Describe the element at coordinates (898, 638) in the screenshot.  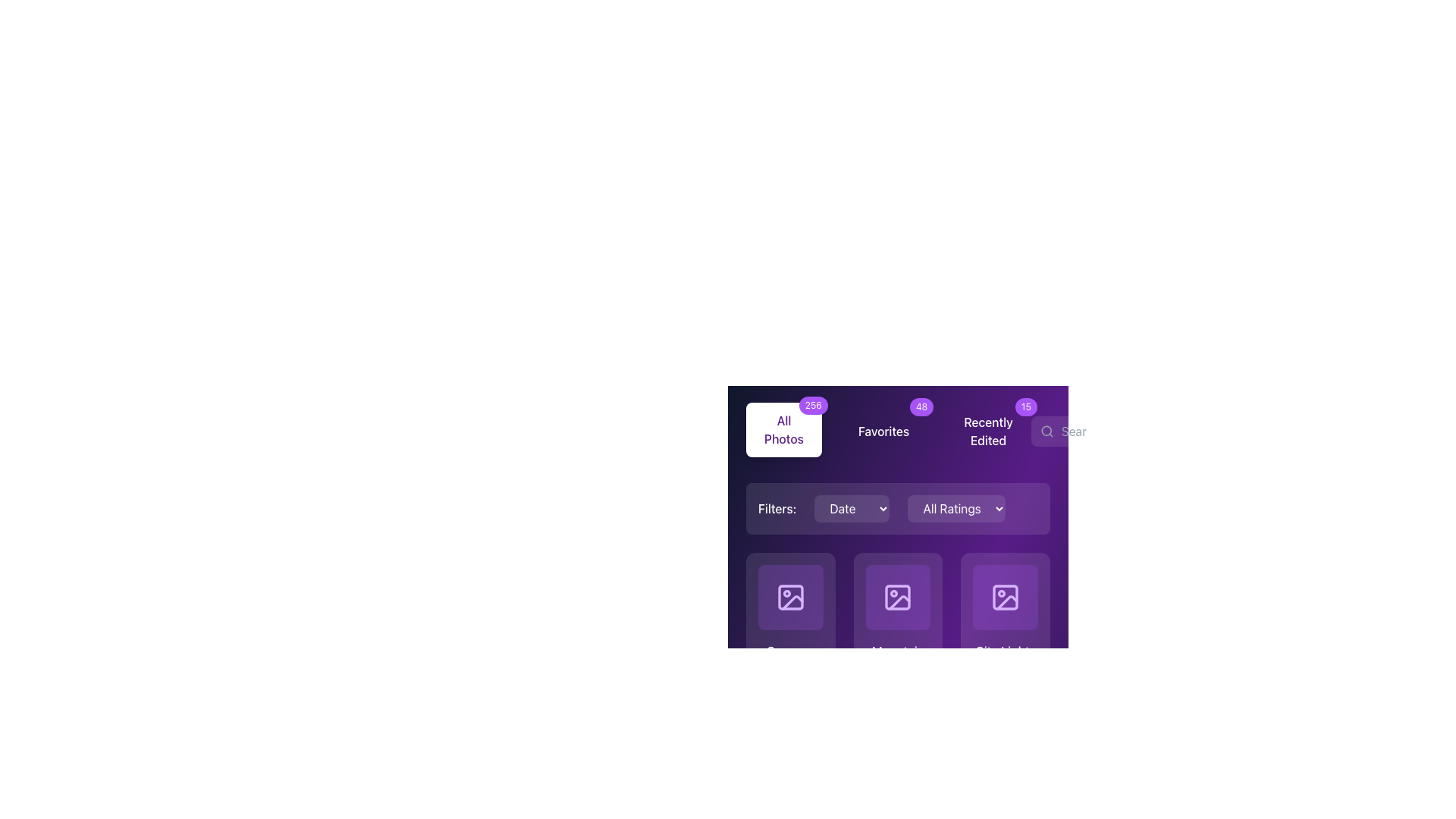
I see `the 'Mountain Trip' panel` at that location.